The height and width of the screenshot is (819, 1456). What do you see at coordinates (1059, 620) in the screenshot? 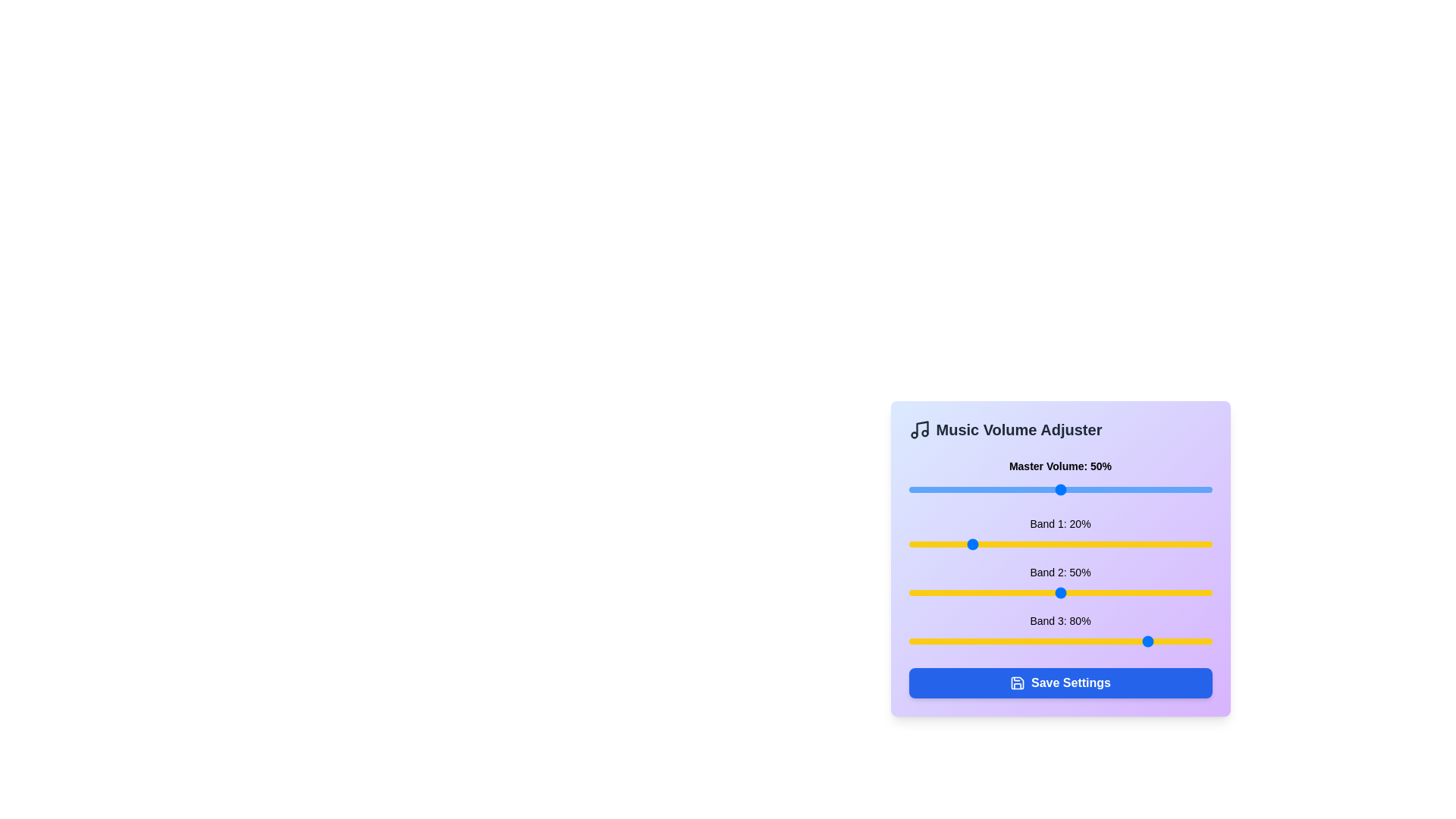
I see `the Text label displaying the current percentage value for Band 3, located above the yellow slider and below the Band 2 slider` at bounding box center [1059, 620].